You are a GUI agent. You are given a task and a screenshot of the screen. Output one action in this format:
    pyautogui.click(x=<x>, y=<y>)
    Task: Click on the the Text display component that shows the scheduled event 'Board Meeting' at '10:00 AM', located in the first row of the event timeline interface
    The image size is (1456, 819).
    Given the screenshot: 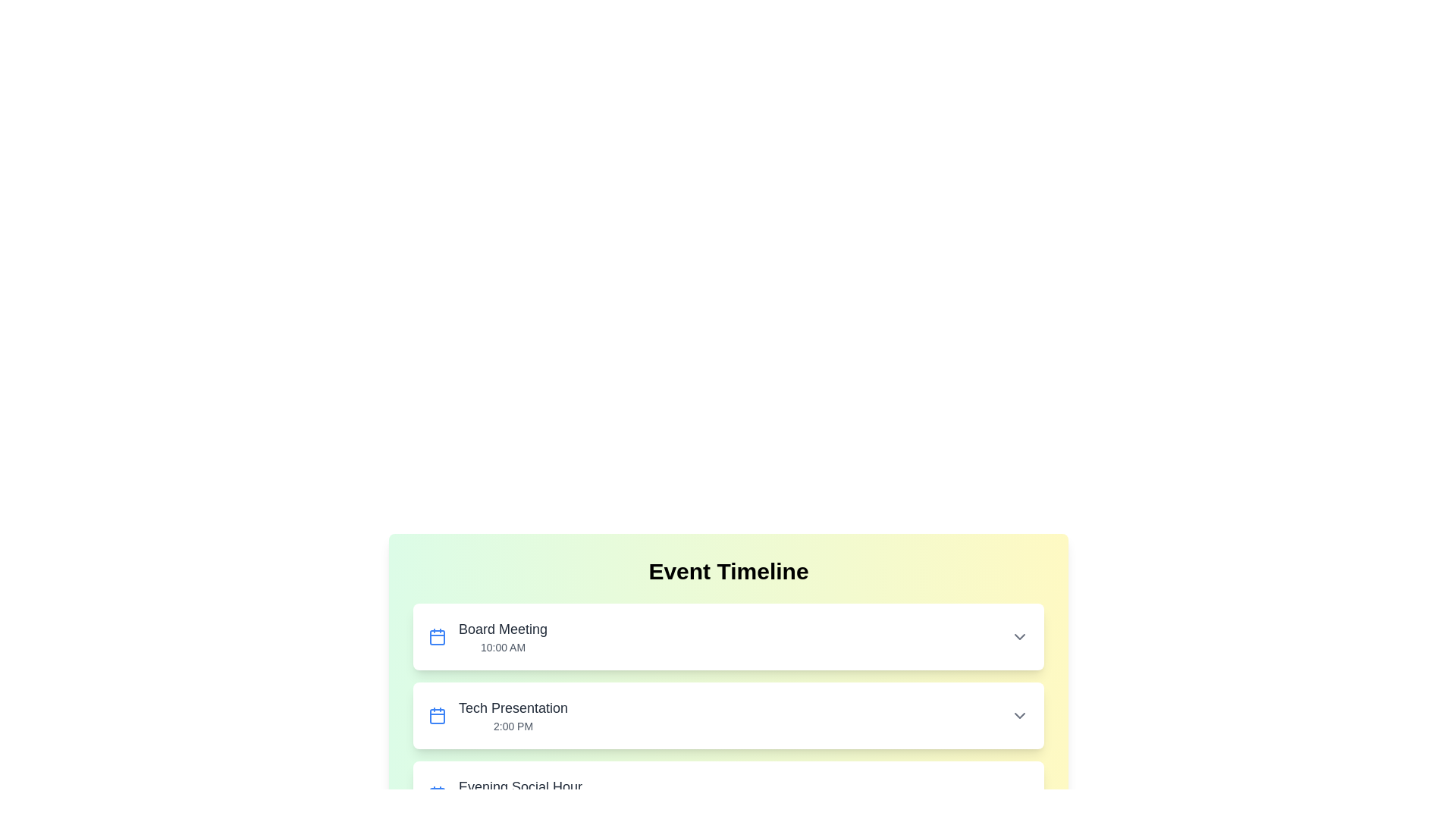 What is the action you would take?
    pyautogui.click(x=503, y=637)
    